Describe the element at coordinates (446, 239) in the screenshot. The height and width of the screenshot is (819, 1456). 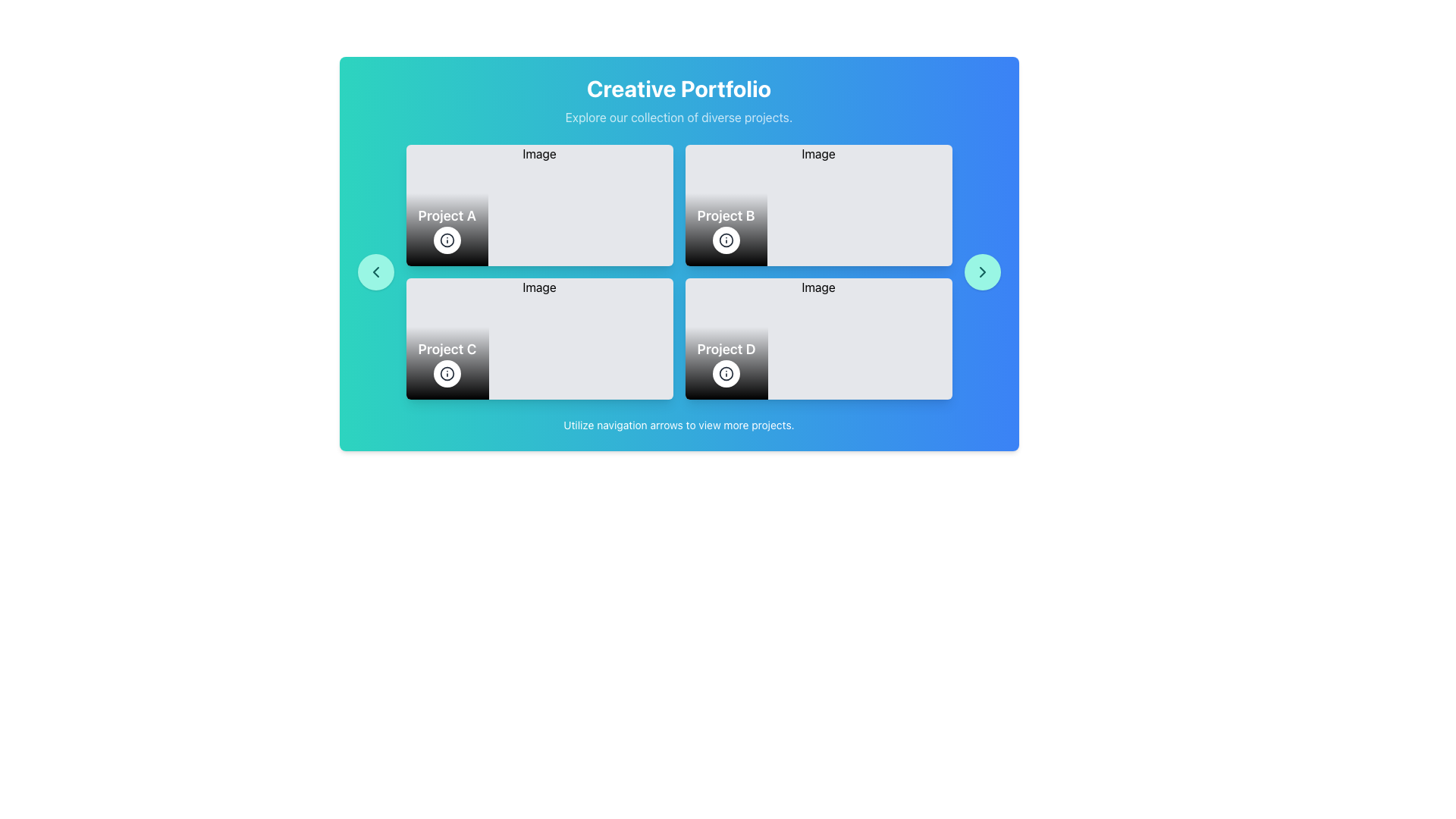
I see `the informational 'i' icon styled as an outlined circle in the lower-left corner of the 'Project B' box for accessibility navigation` at that location.